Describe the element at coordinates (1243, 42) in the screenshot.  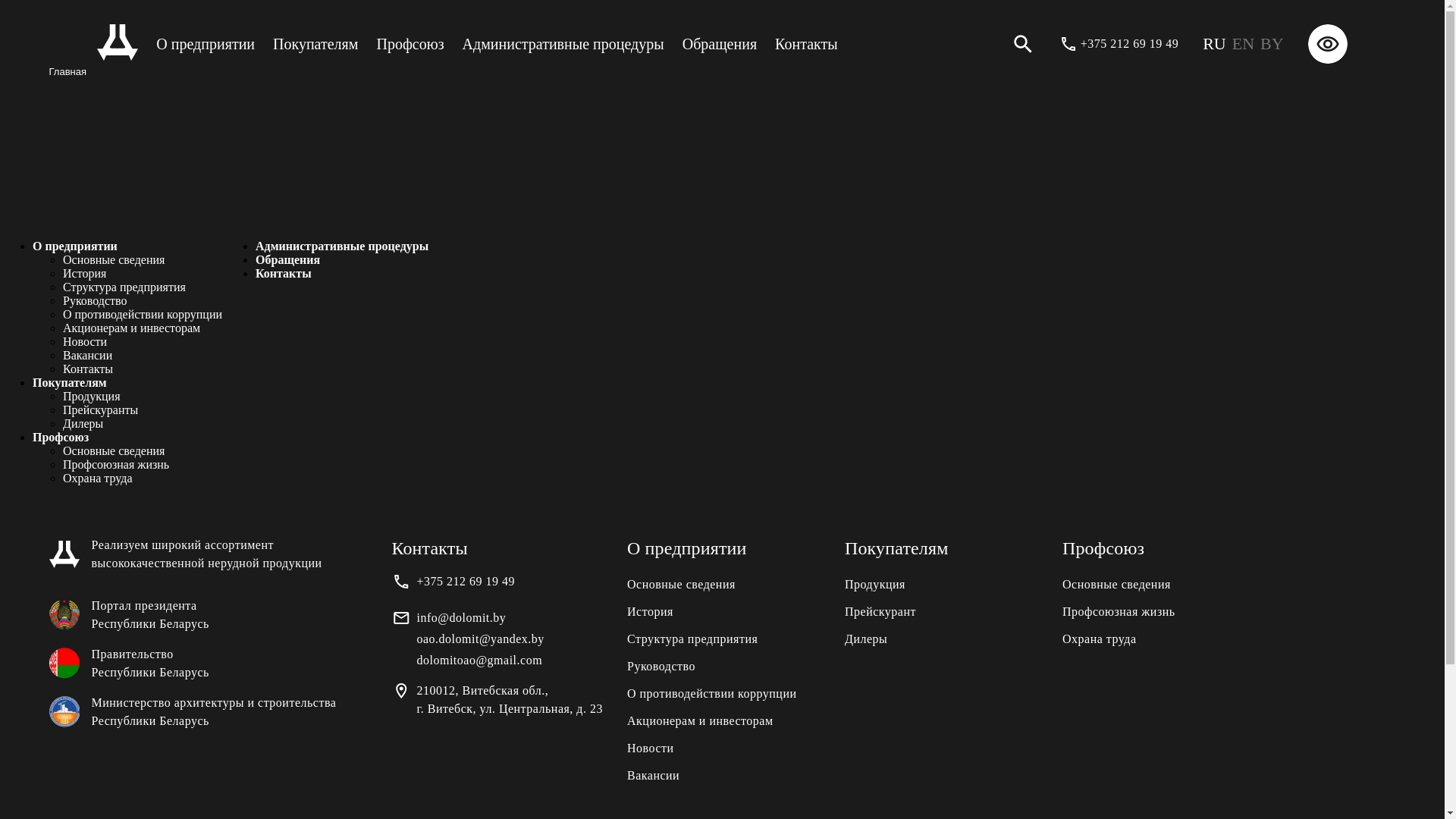
I see `'EN'` at that location.